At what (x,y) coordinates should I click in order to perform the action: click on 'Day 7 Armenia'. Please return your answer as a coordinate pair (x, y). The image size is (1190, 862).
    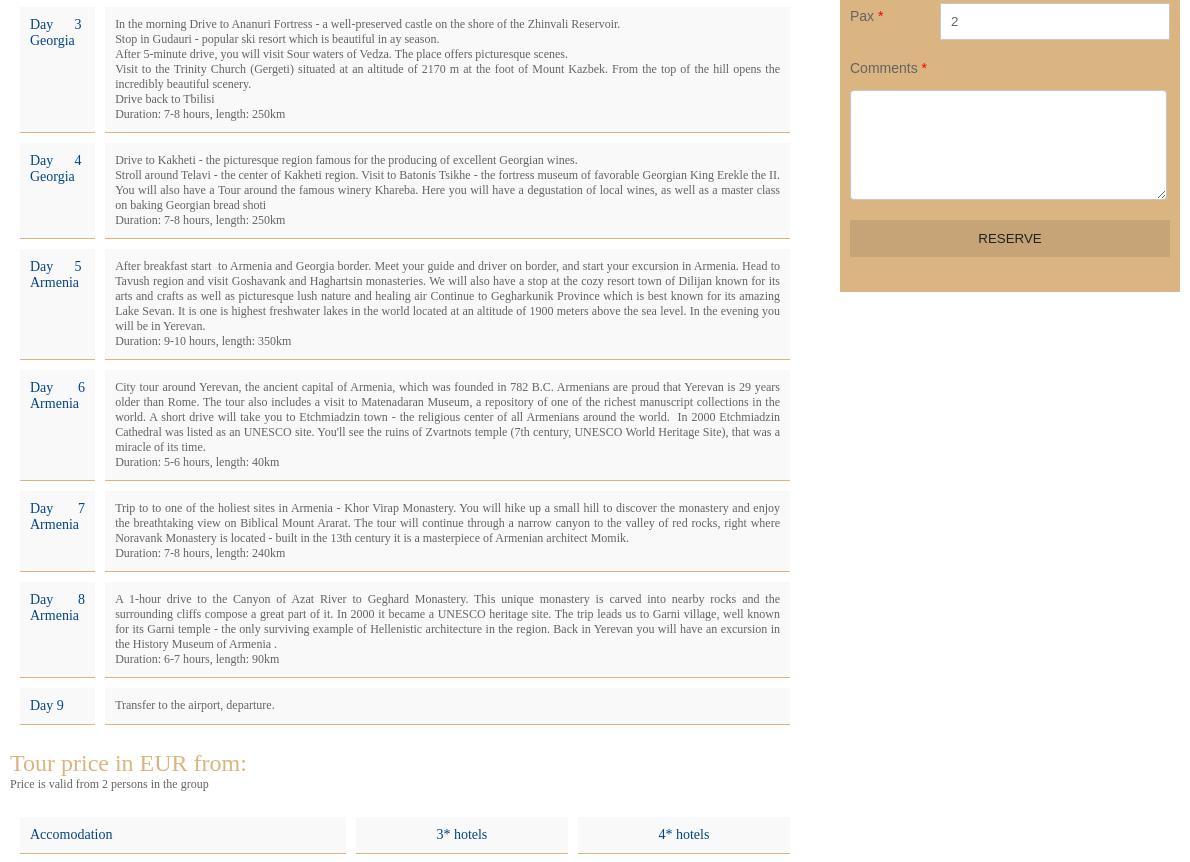
    Looking at the image, I should click on (57, 515).